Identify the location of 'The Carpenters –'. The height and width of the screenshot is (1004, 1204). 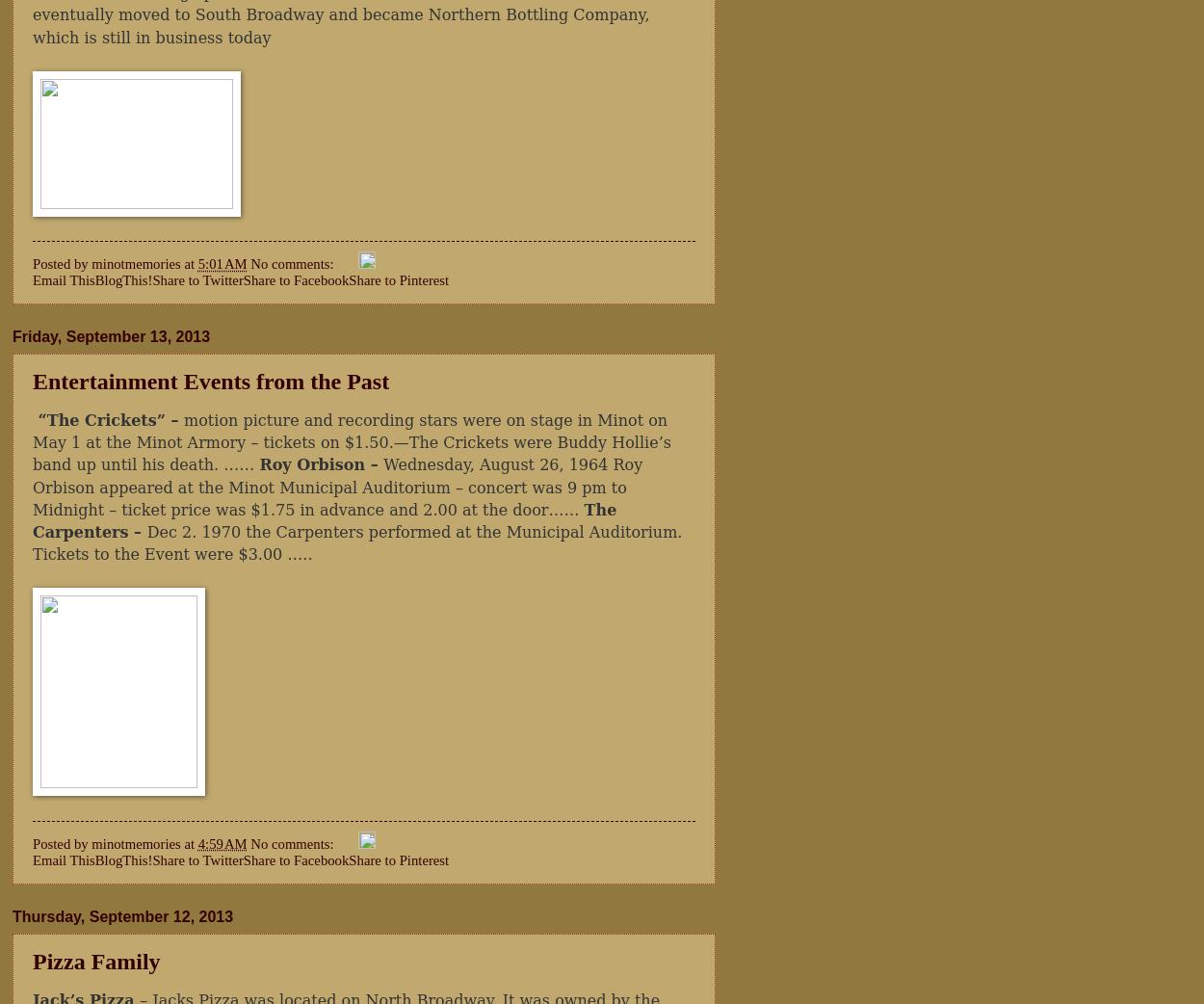
(324, 518).